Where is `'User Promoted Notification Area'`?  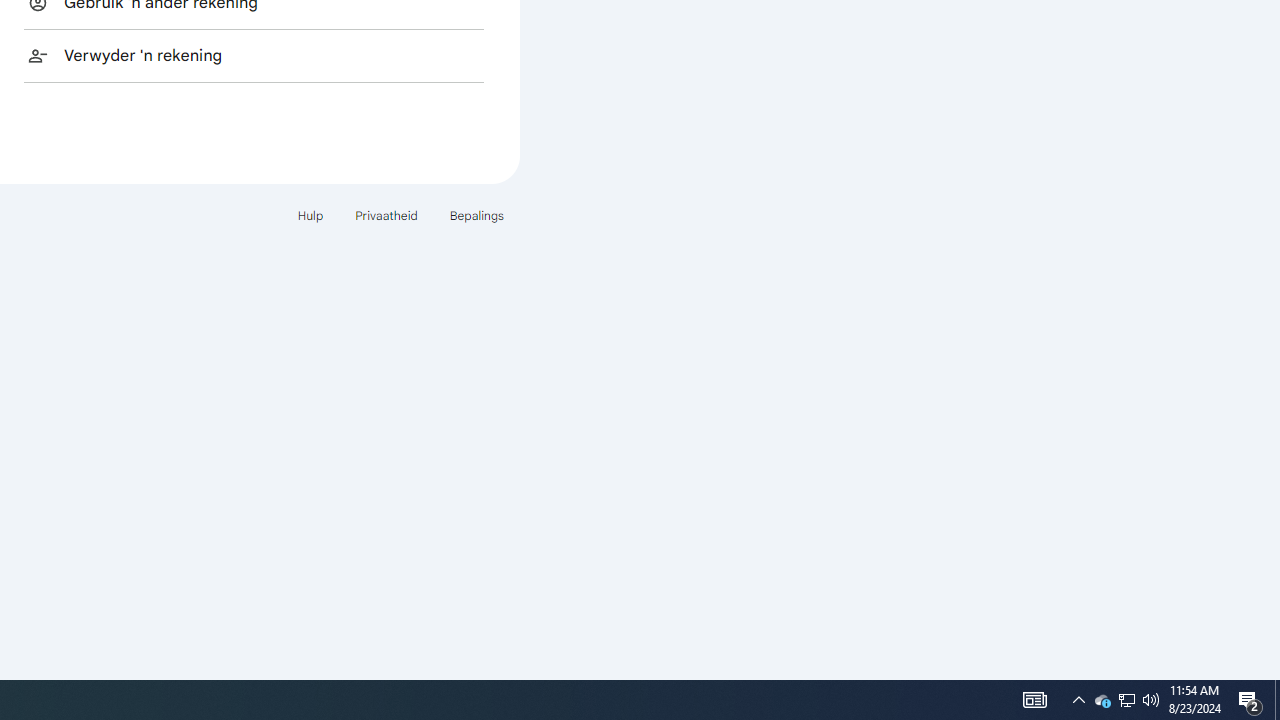
'User Promoted Notification Area' is located at coordinates (1127, 698).